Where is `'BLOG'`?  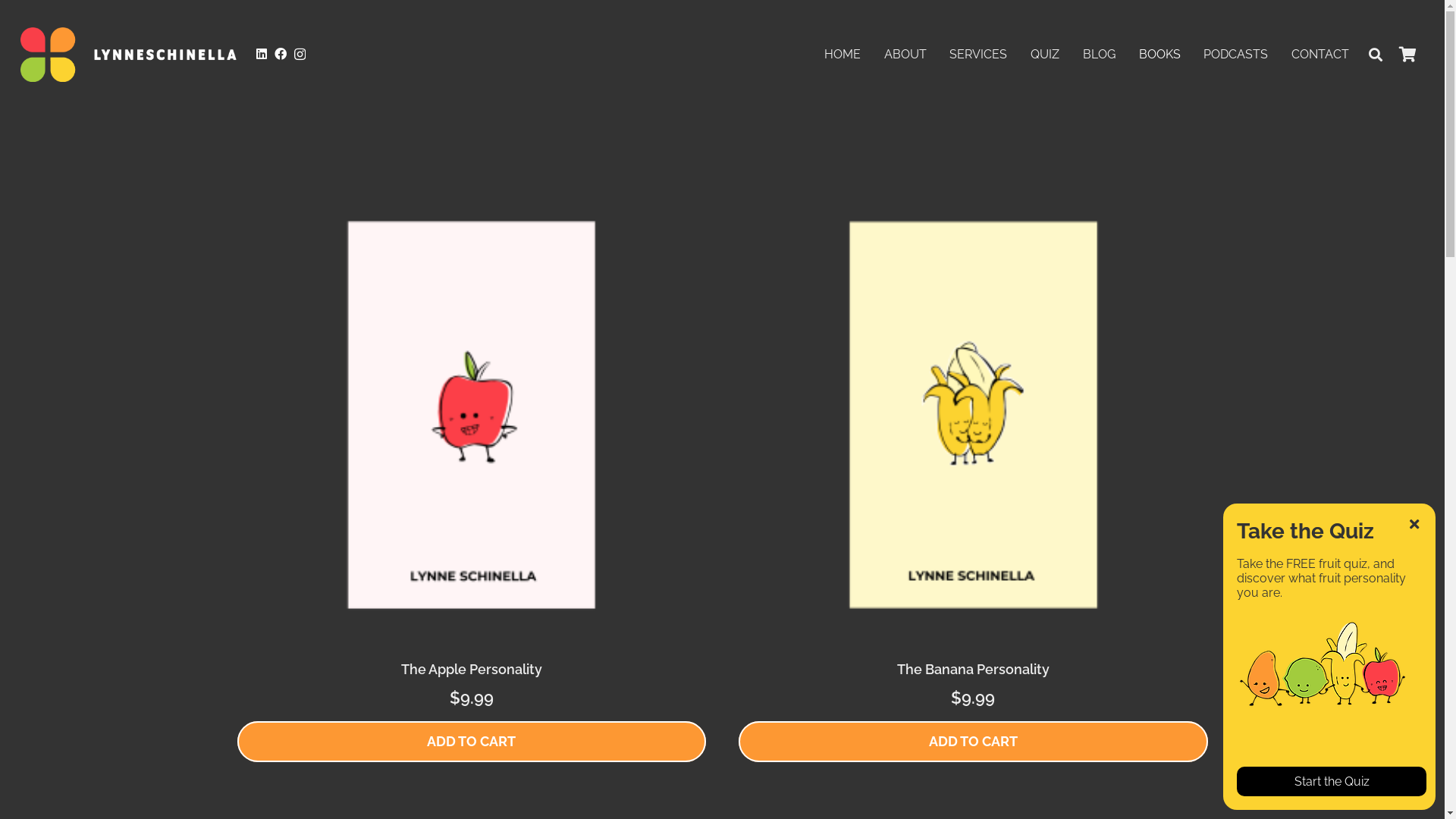
'BLOG' is located at coordinates (1099, 54).